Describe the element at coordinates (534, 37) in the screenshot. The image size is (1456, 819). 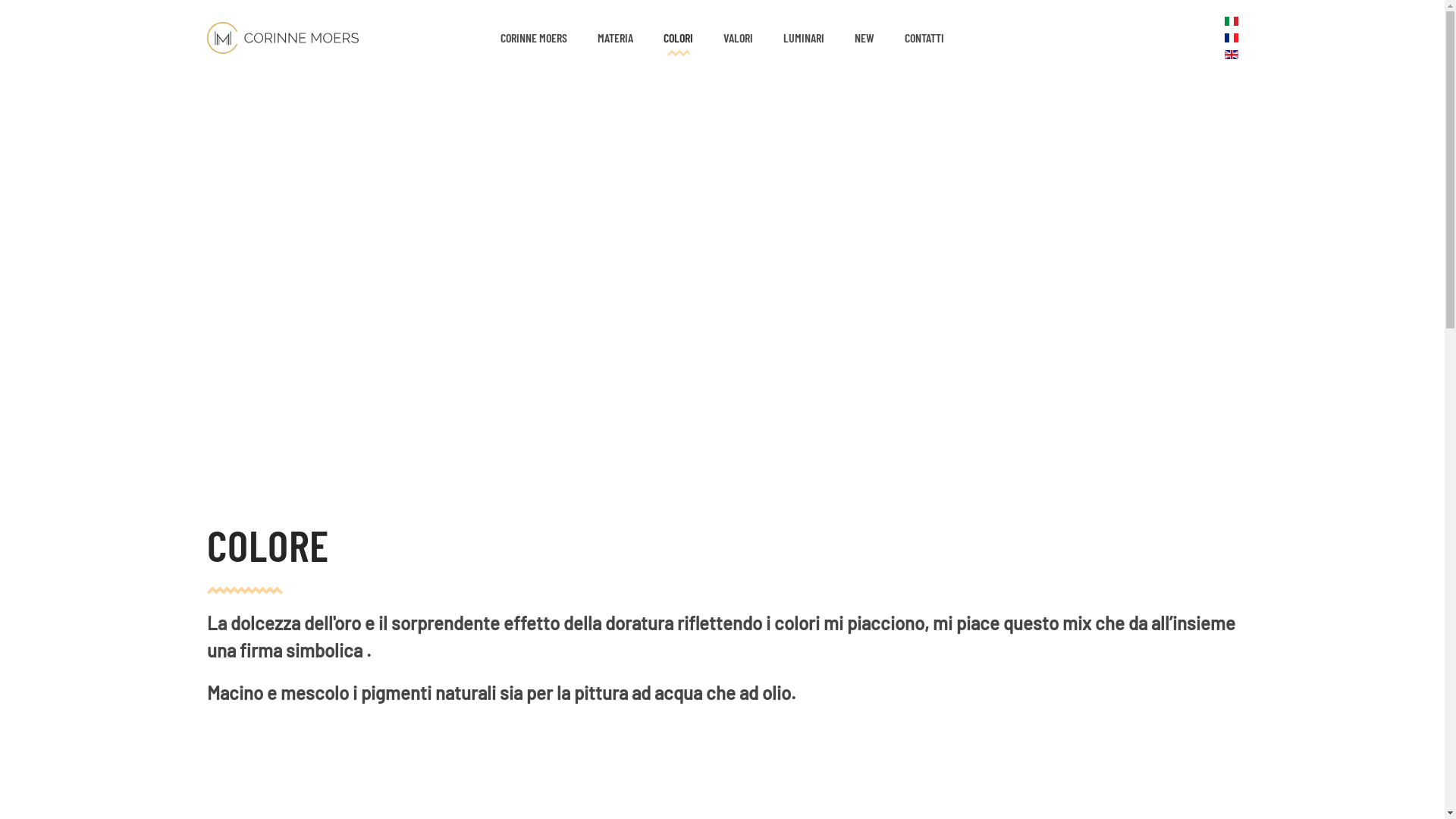
I see `'CORINNE MOERS'` at that location.